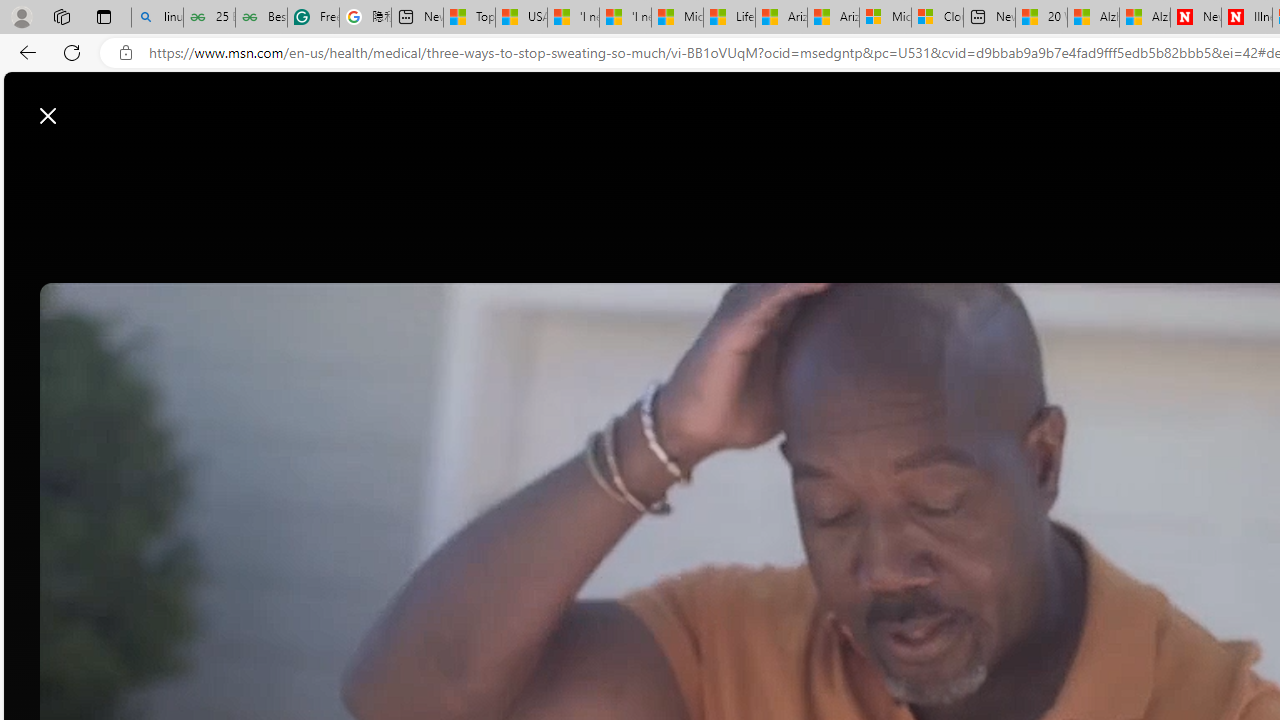  Describe the element at coordinates (260, 17) in the screenshot. I see `'Best SSL Certificates Provider in India - GeeksforGeeks'` at that location.